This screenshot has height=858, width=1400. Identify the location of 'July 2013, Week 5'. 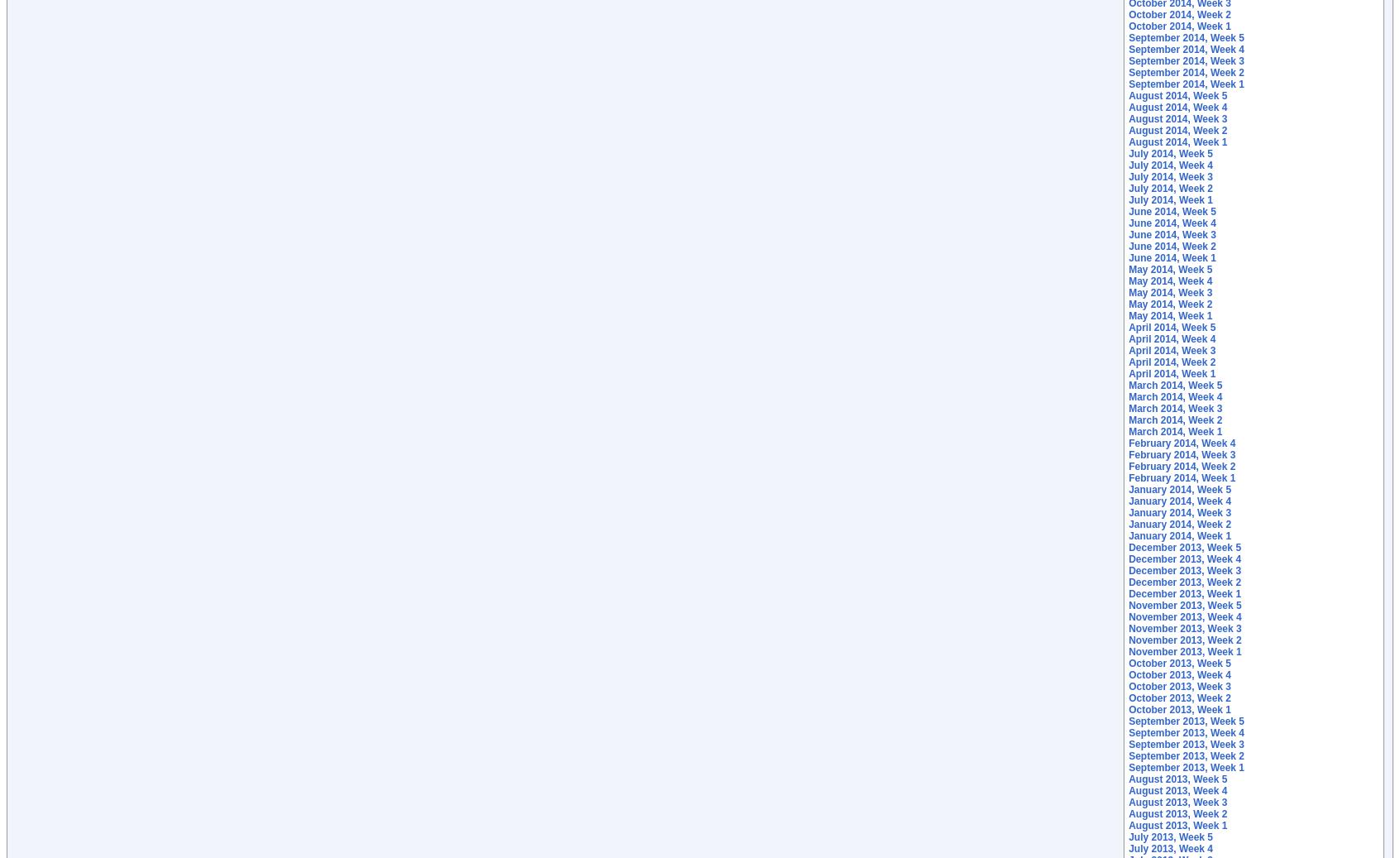
(1170, 837).